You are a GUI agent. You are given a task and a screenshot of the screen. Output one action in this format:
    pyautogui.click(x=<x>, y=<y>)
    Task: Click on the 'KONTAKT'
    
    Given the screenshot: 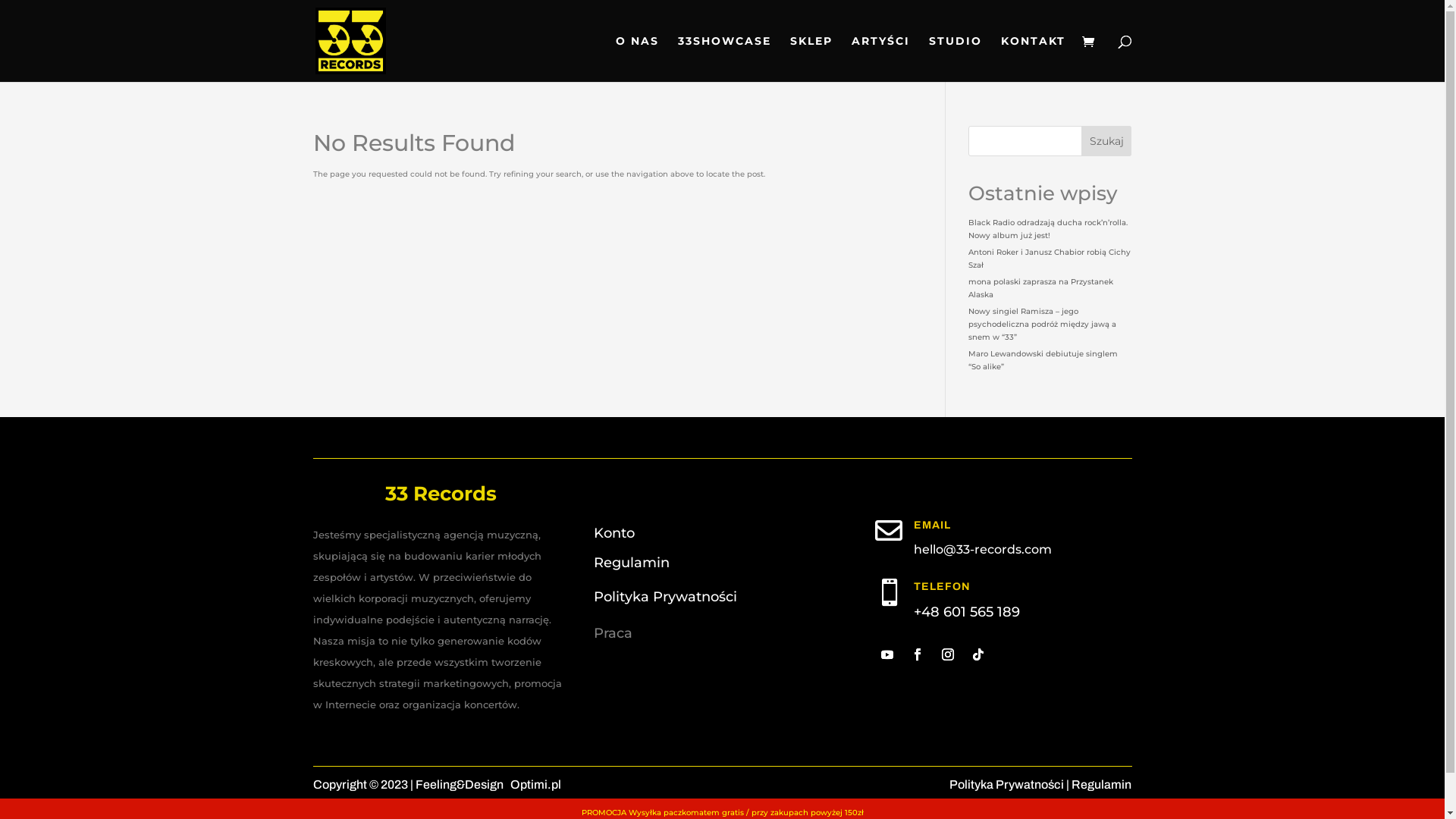 What is the action you would take?
    pyautogui.click(x=1032, y=58)
    